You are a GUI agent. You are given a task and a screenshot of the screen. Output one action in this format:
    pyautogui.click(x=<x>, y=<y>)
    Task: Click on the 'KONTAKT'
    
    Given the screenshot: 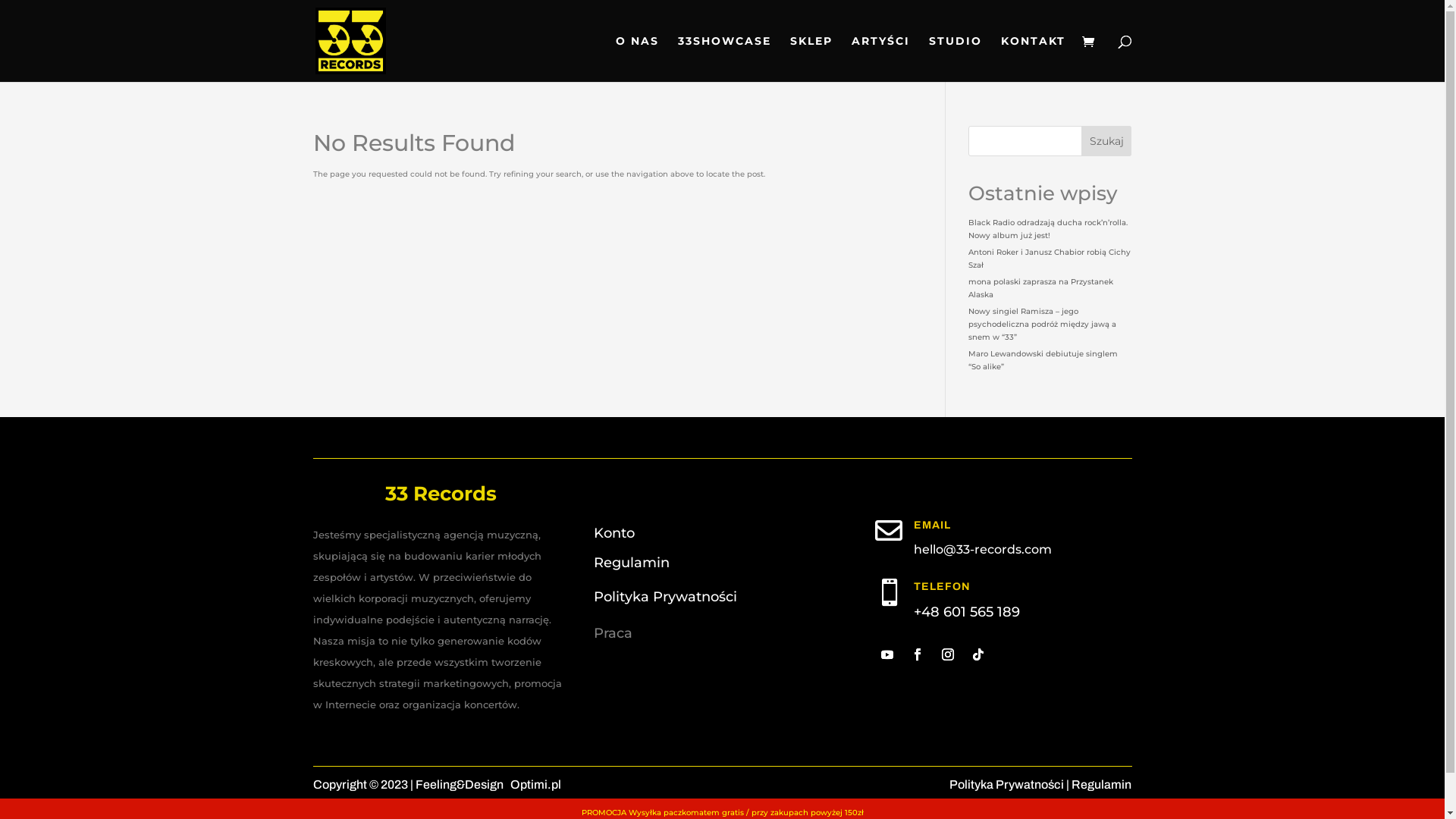 What is the action you would take?
    pyautogui.click(x=1032, y=58)
    